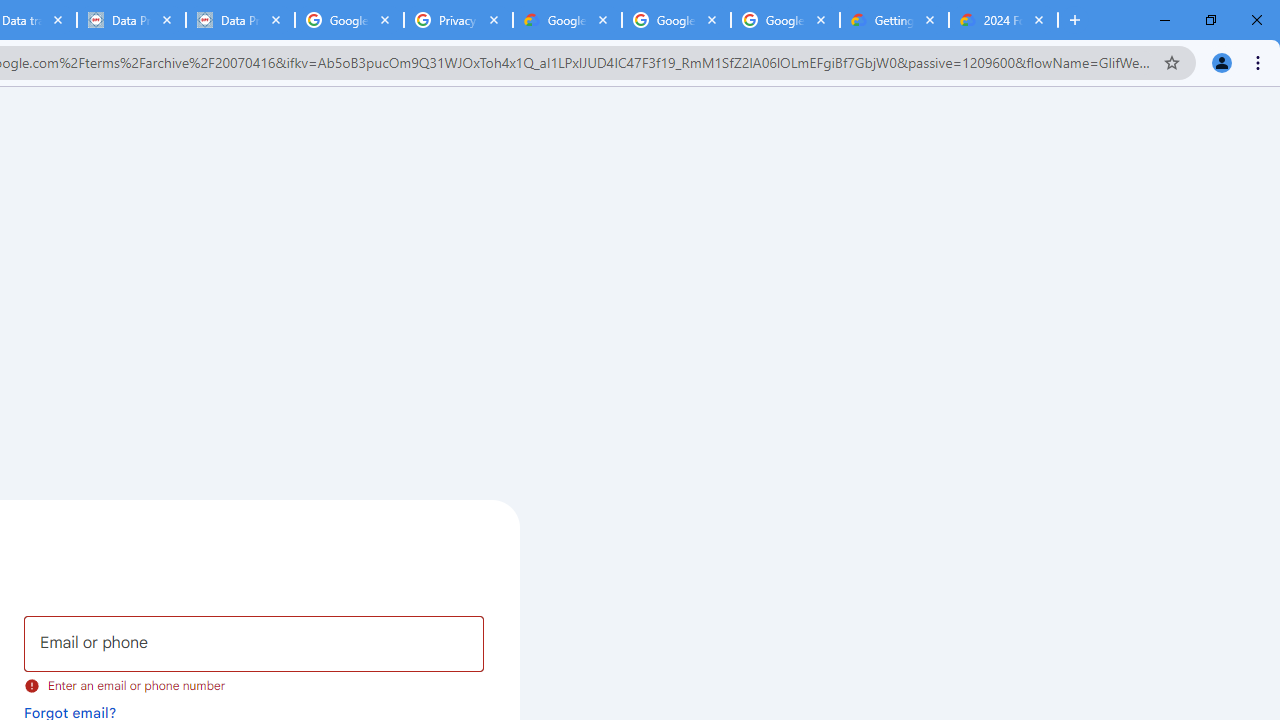 The height and width of the screenshot is (720, 1280). I want to click on 'Google Cloud Terms Directory | Google Cloud', so click(566, 20).